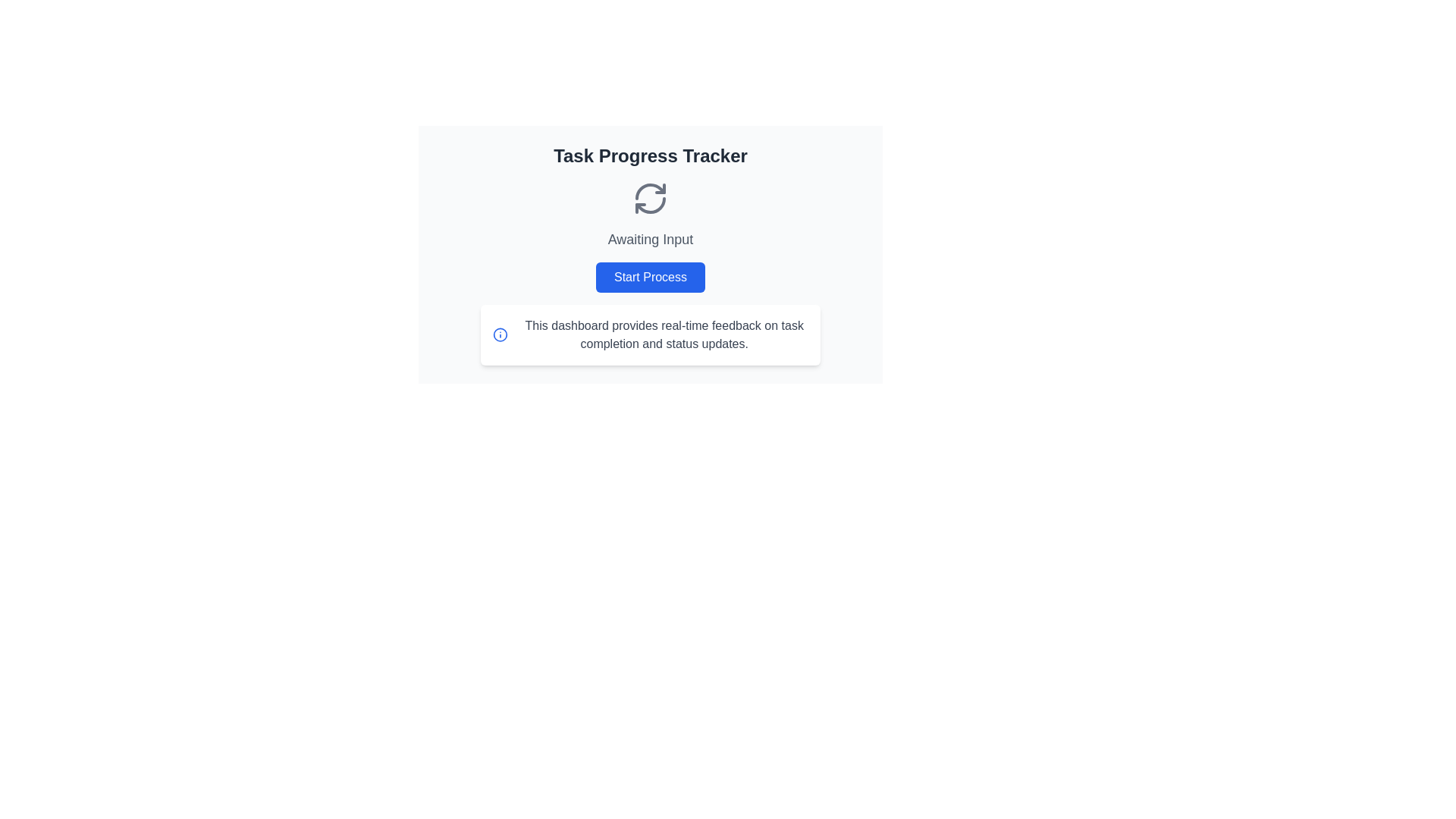 Image resolution: width=1456 pixels, height=819 pixels. What do you see at coordinates (651, 278) in the screenshot?
I see `the 'Start Process' button, which is a rectangular button with a blue background and white text, located below the 'Awaiting Input' text` at bounding box center [651, 278].